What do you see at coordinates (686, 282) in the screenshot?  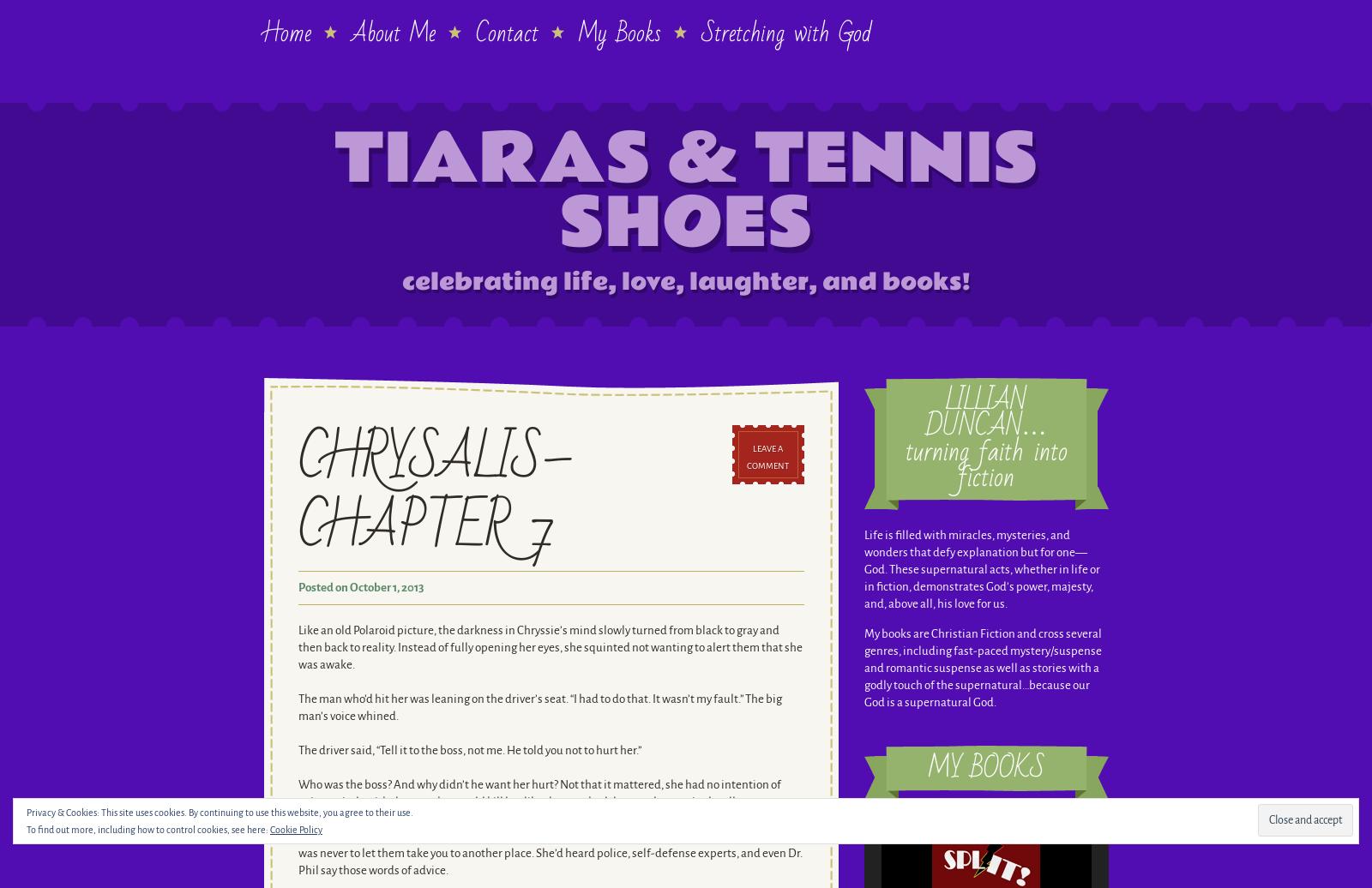 I see `'celebrating life, love, laughter, and books!'` at bounding box center [686, 282].